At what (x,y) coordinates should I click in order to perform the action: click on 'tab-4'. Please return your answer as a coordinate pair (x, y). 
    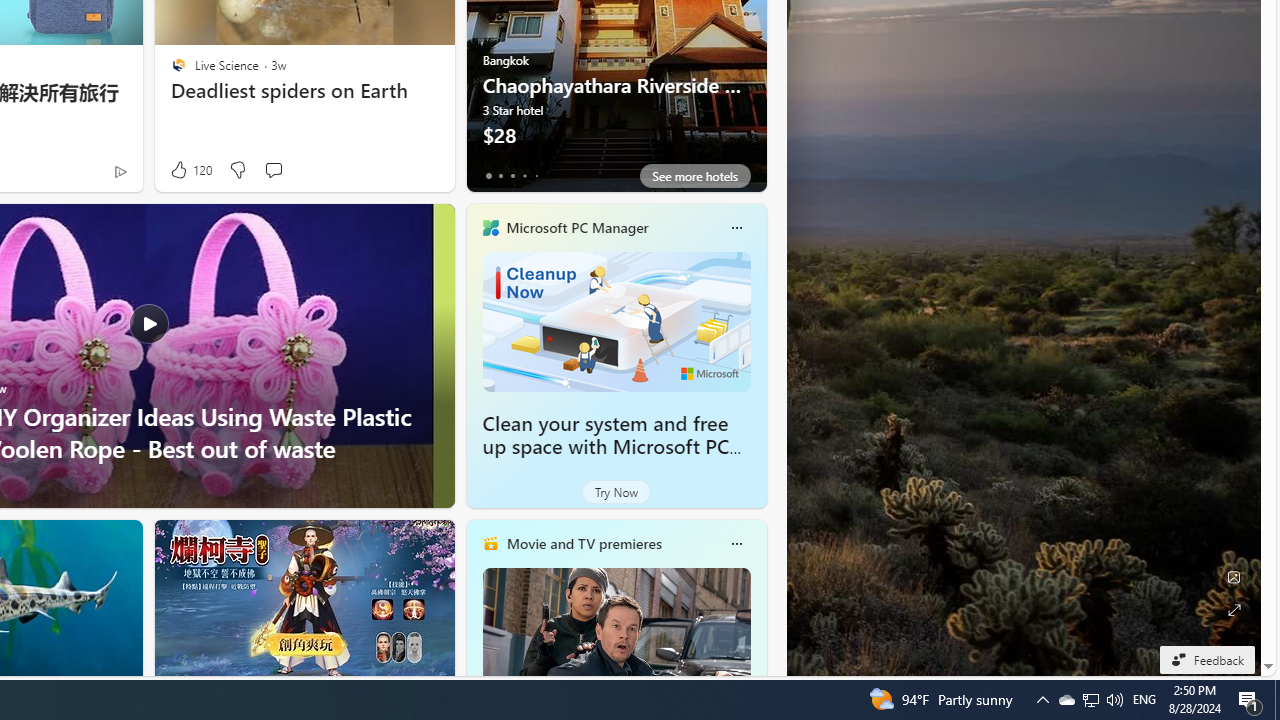
    Looking at the image, I should click on (536, 175).